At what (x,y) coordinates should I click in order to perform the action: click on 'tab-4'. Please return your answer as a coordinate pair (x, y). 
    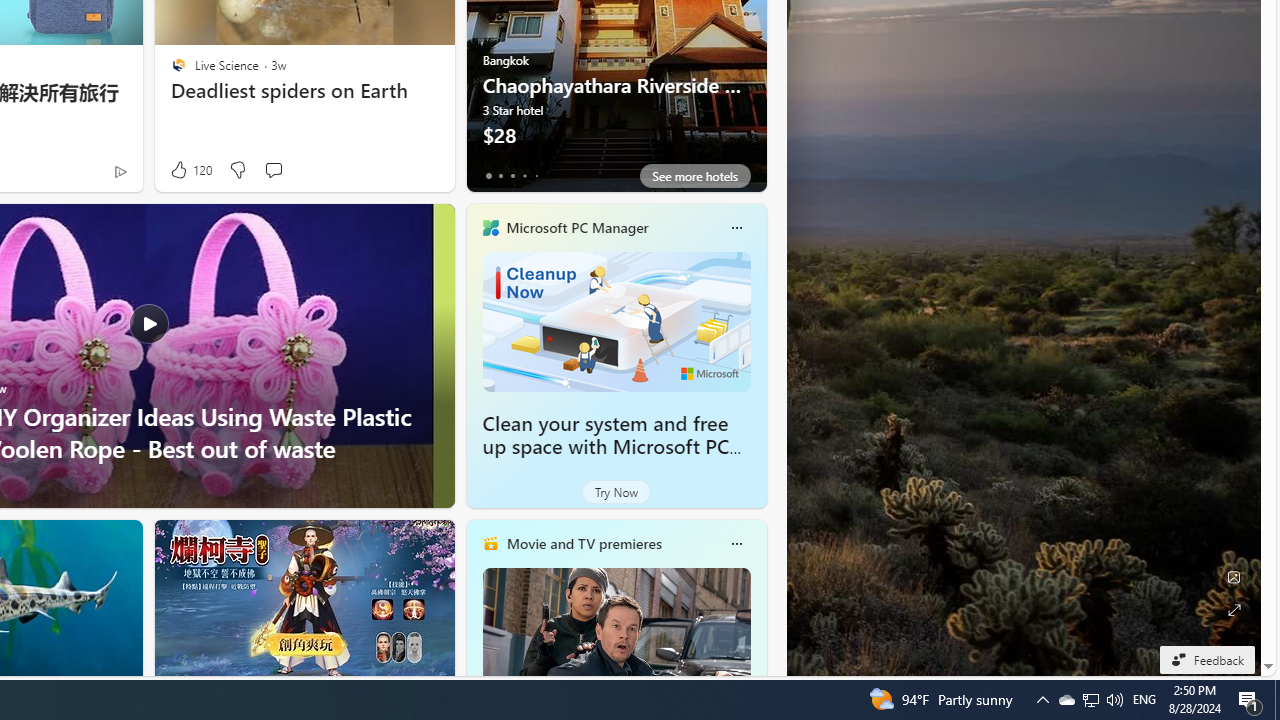
    Looking at the image, I should click on (536, 175).